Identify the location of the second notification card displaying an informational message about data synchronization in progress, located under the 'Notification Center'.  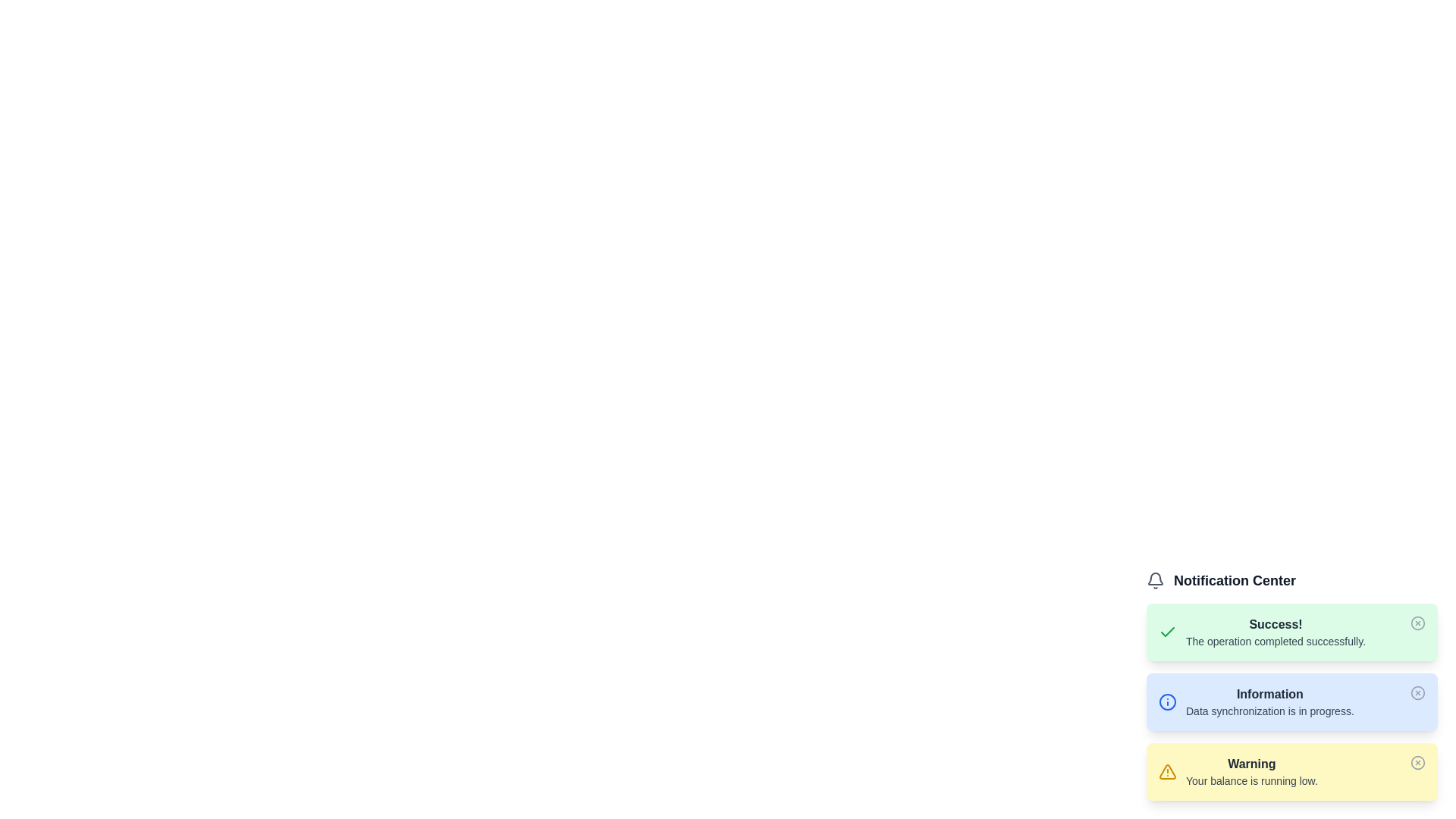
(1256, 701).